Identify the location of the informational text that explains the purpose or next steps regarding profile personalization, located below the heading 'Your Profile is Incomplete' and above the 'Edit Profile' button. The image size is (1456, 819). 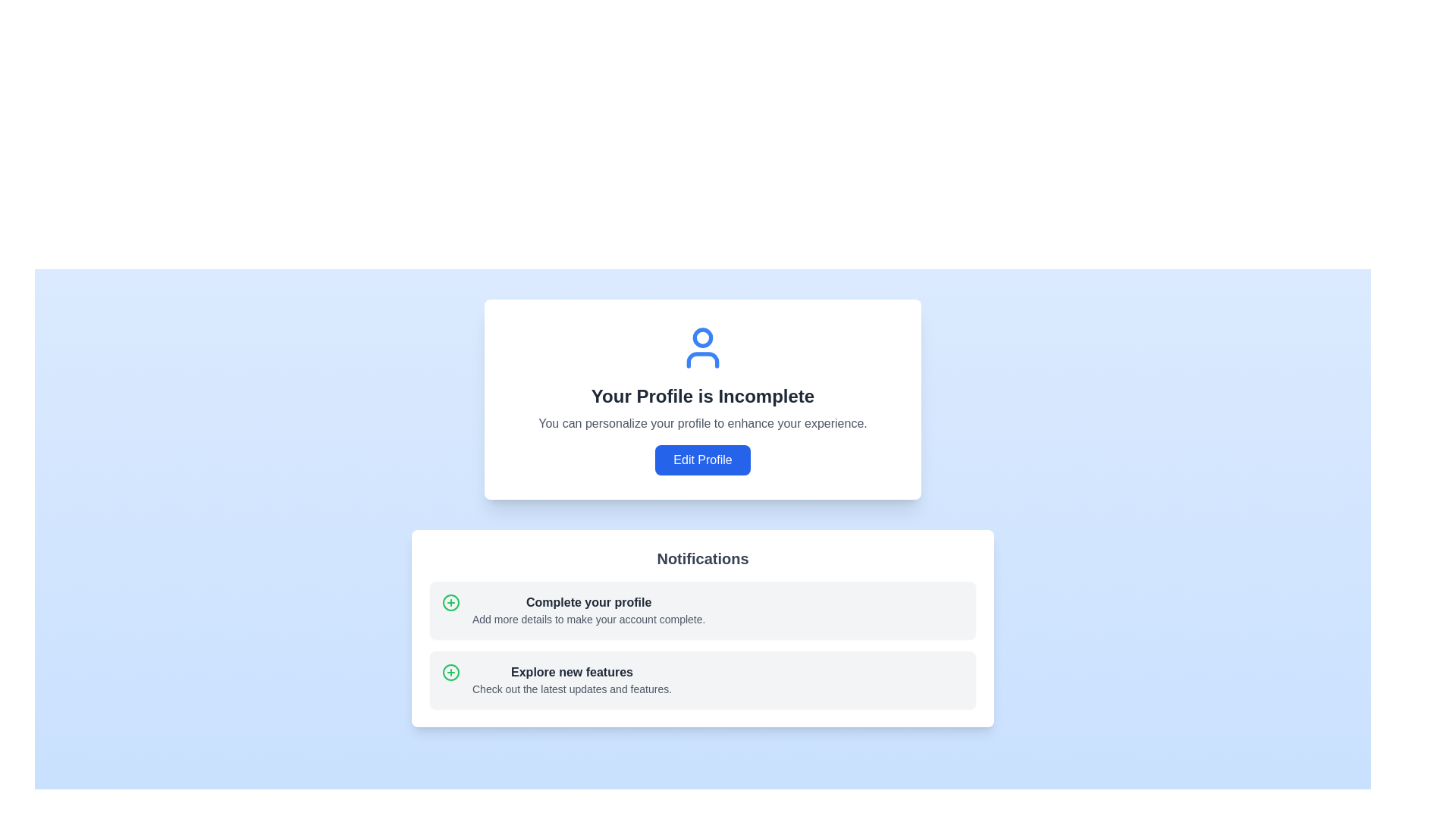
(701, 424).